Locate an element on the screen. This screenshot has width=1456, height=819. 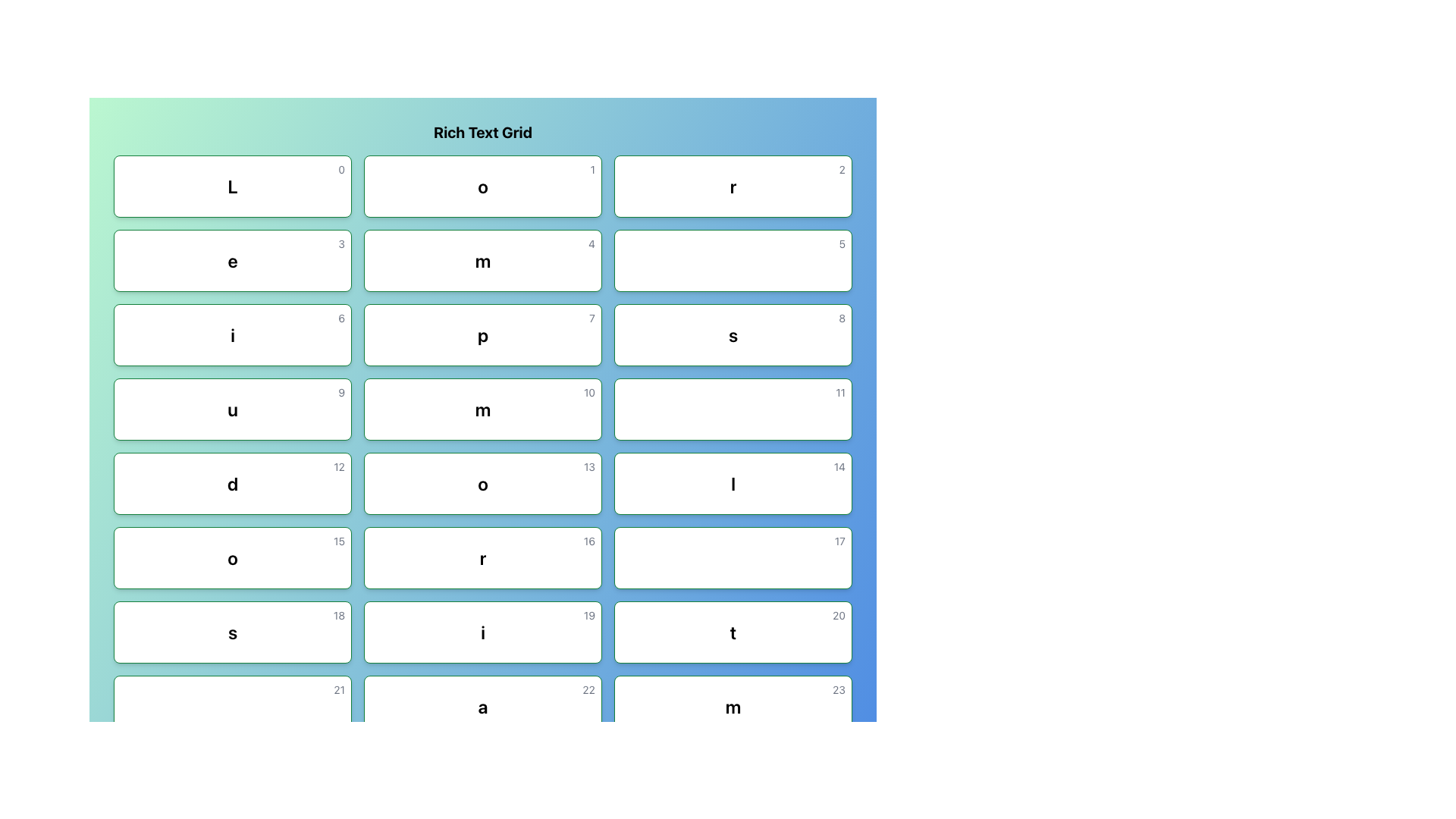
the text-based UI component styled as a title or header, which displays a bold, lowercase letter 'i' in a rectangular card with a white background and a thin green frame is located at coordinates (232, 334).